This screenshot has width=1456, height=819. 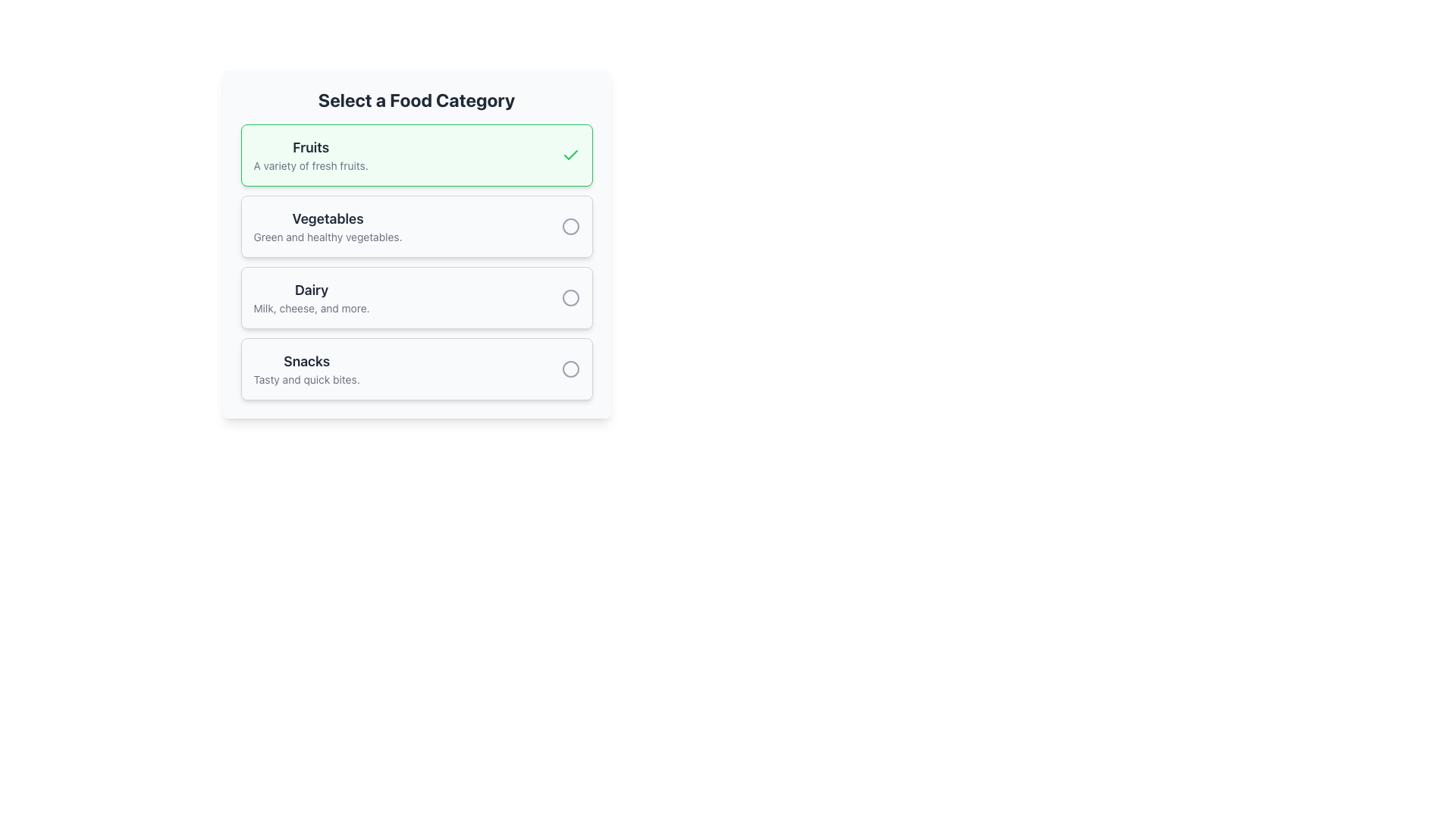 I want to click on the circular outline graphic located in the 'Snacks' row of the food categories list, which is centered at the right end of the row, so click(x=570, y=369).